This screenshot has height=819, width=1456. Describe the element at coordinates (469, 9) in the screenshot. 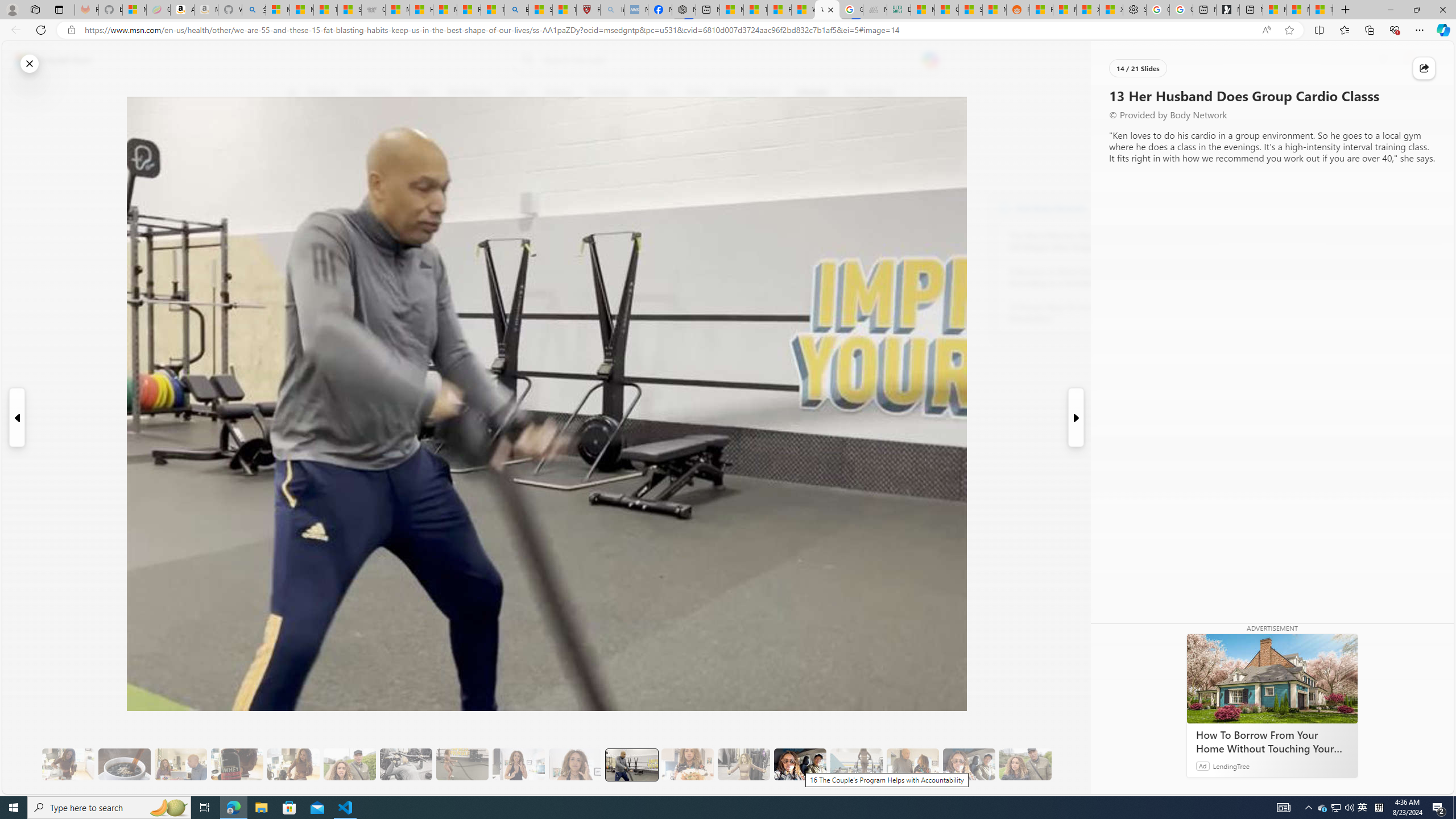

I see `'Recipes - MSN'` at that location.